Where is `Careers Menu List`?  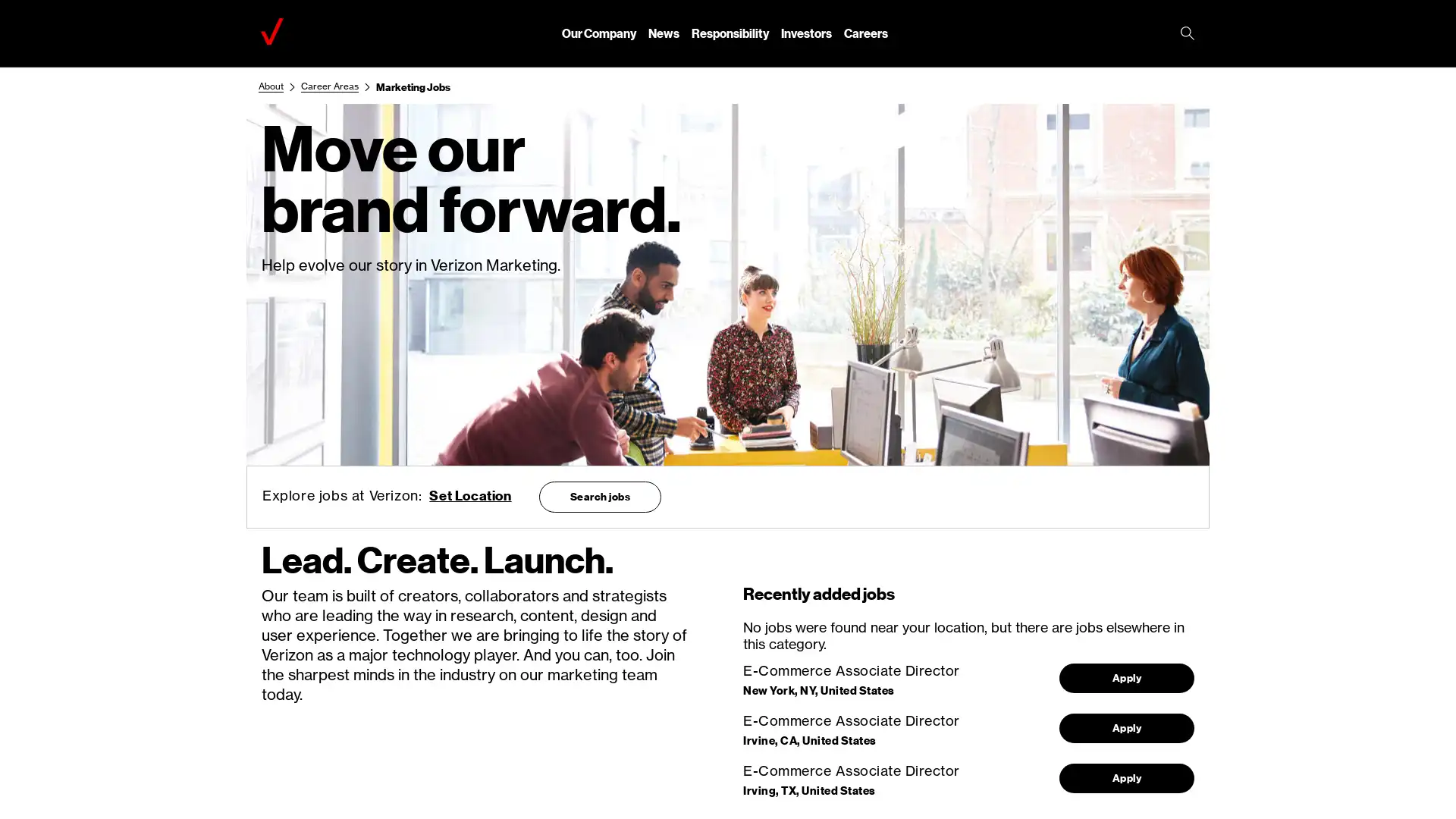 Careers Menu List is located at coordinates (866, 33).